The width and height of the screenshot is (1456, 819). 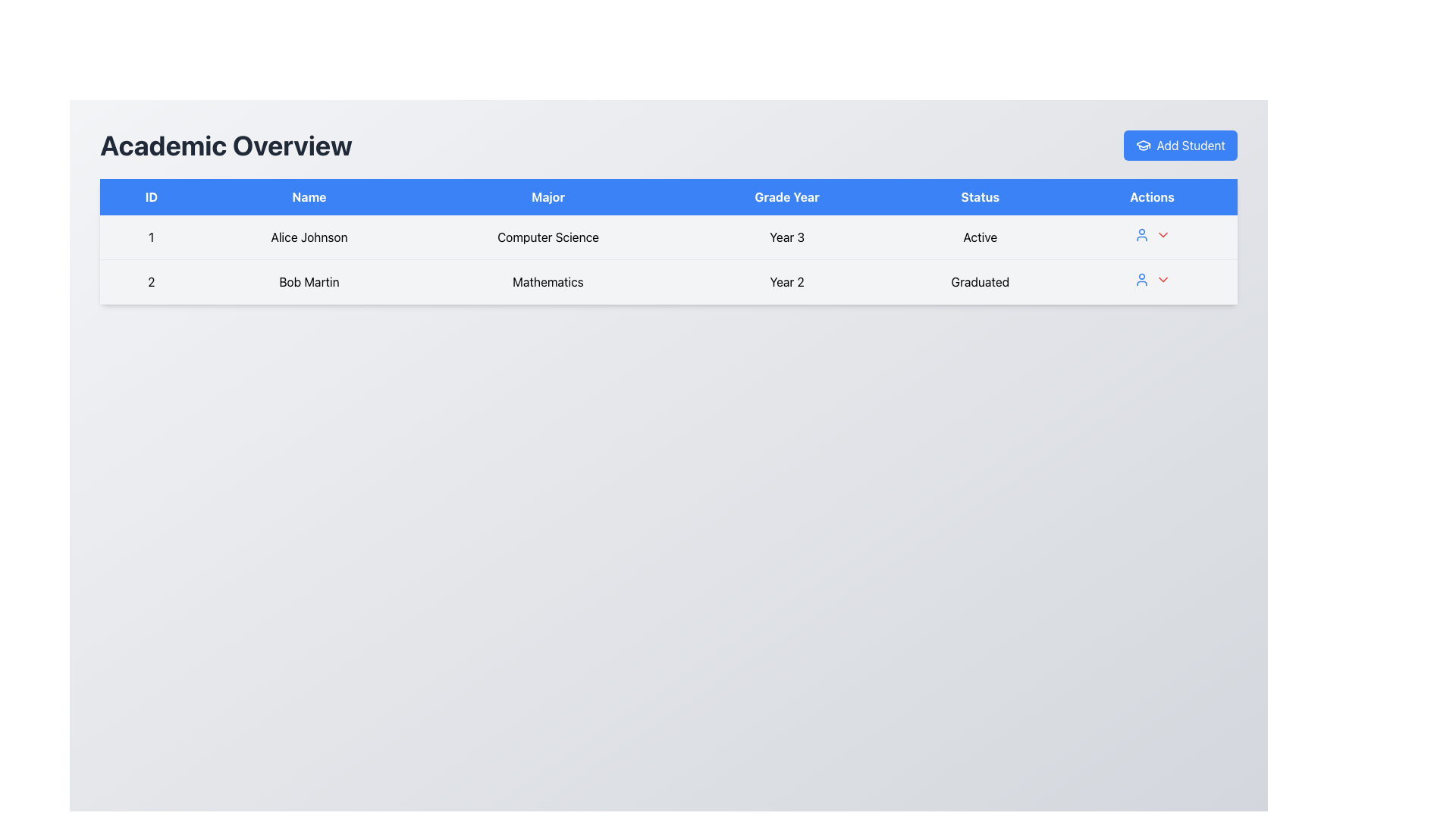 I want to click on text from the blue header cell labeled 'ID', which is the first cell in the top row of the table, so click(x=151, y=196).